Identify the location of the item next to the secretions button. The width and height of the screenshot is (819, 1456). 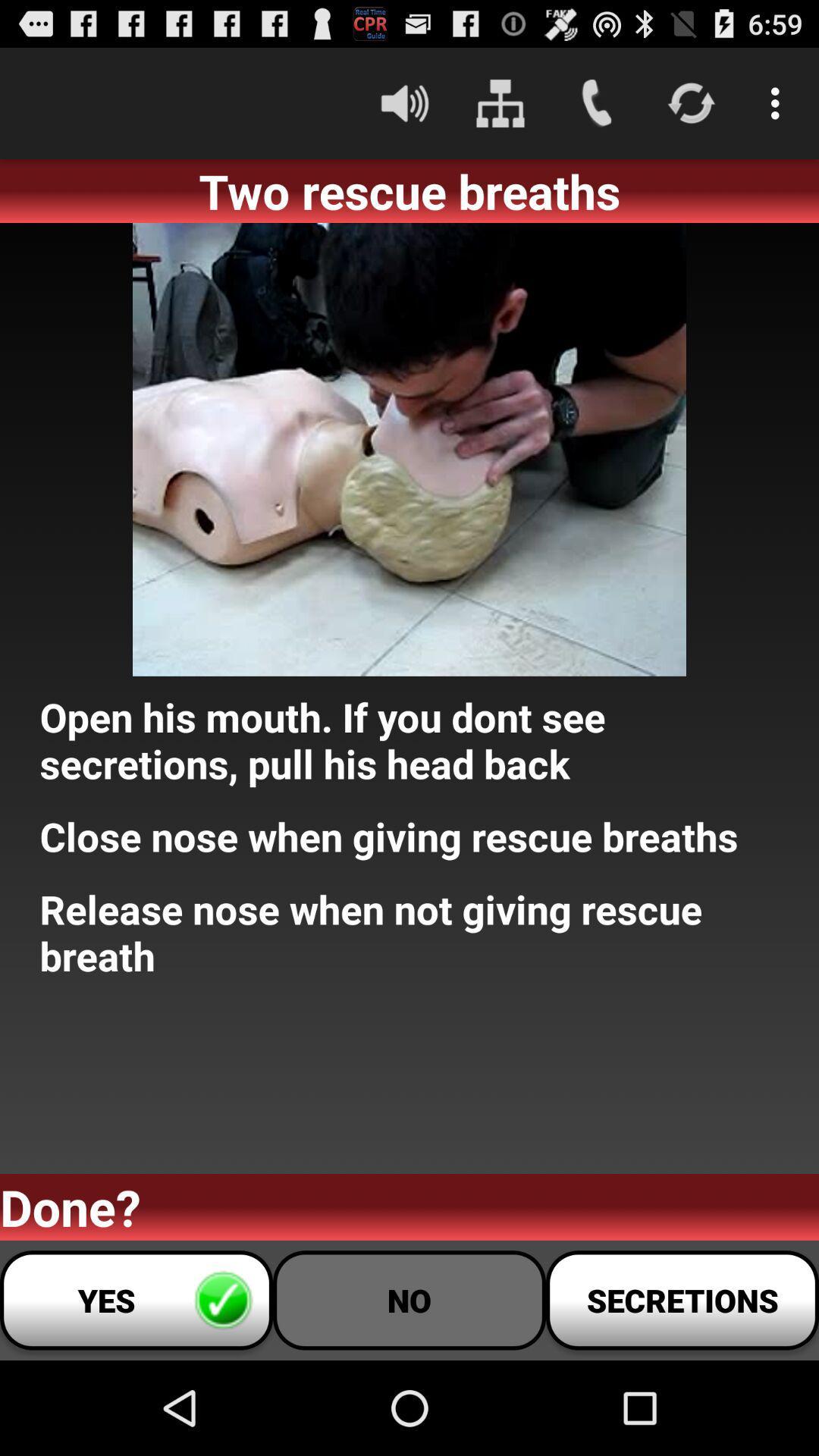
(409, 1299).